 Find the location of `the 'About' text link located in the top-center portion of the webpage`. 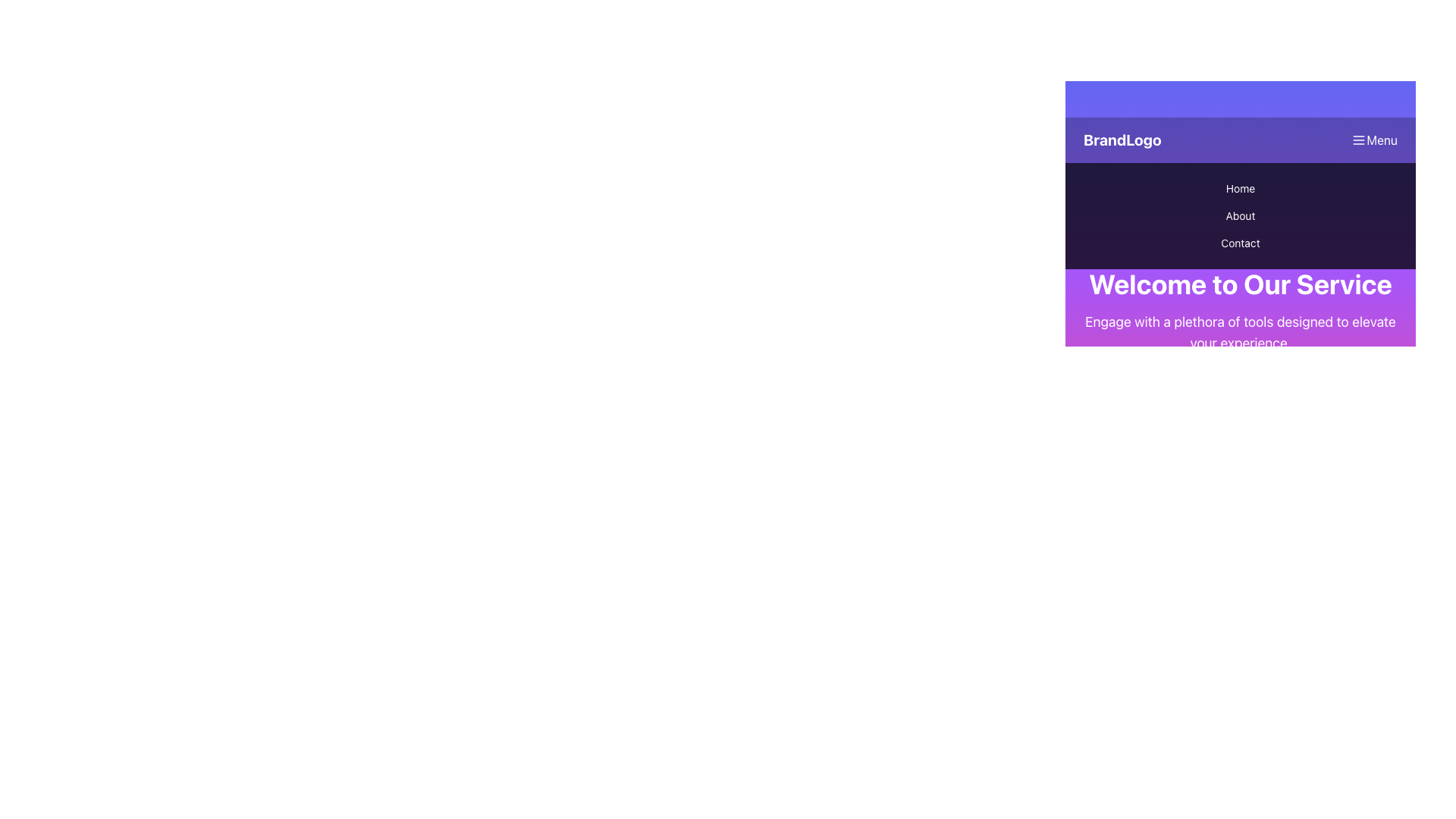

the 'About' text link located in the top-center portion of the webpage is located at coordinates (1241, 216).